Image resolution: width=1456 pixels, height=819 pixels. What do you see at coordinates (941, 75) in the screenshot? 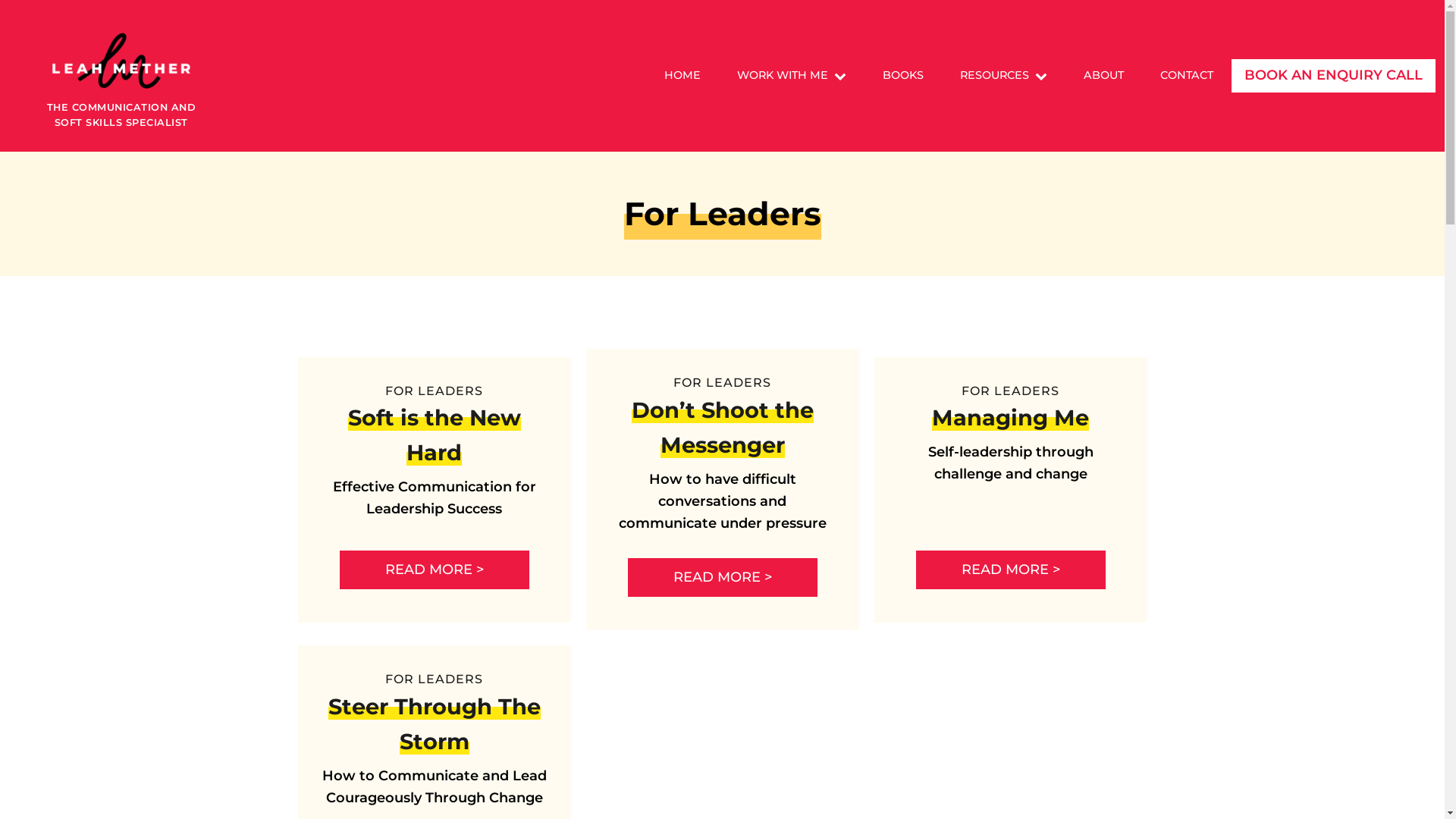
I see `'RESOURCES'` at bounding box center [941, 75].